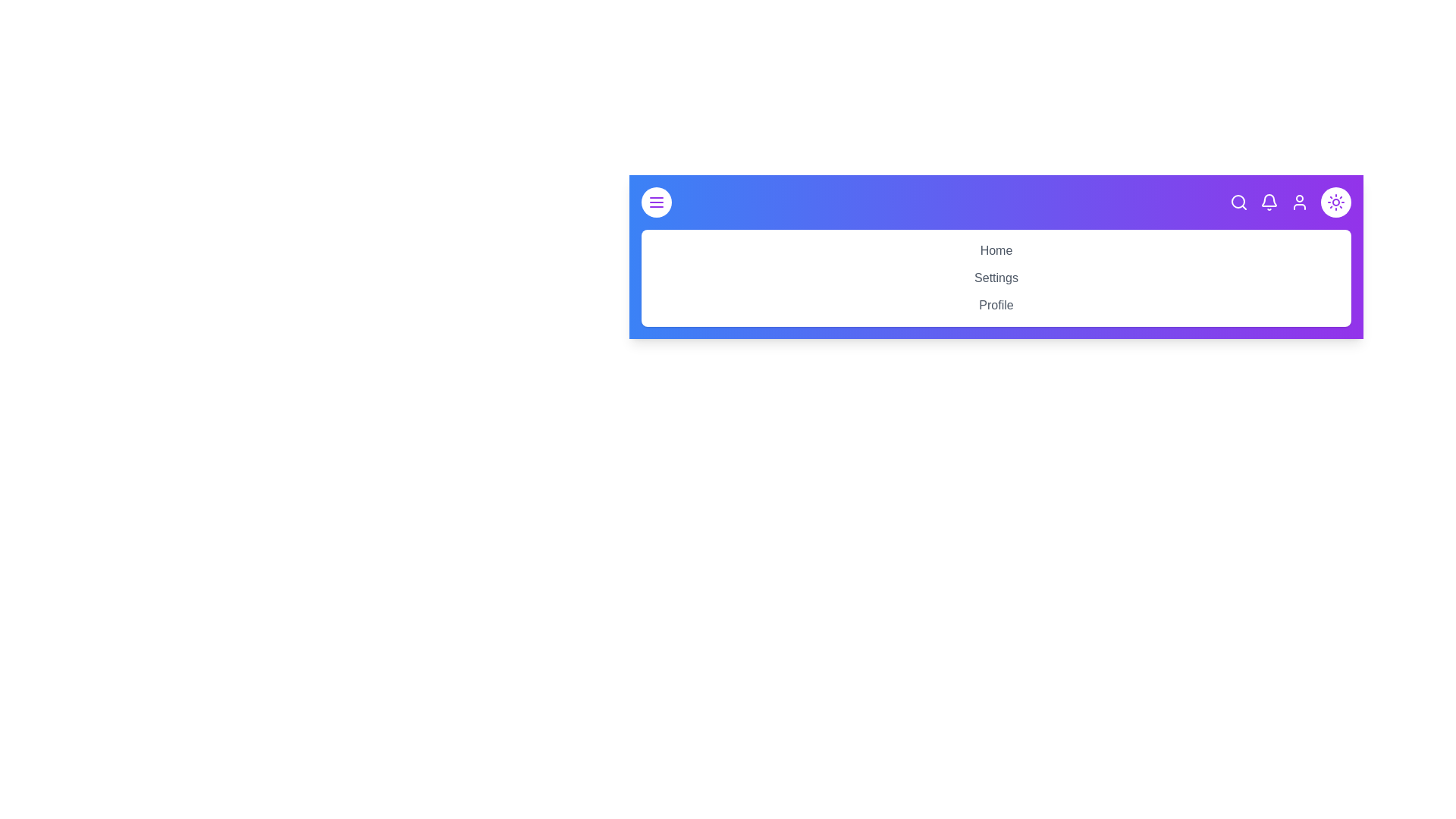  What do you see at coordinates (996, 278) in the screenshot?
I see `the 'Settings' link in the navigation menu` at bounding box center [996, 278].